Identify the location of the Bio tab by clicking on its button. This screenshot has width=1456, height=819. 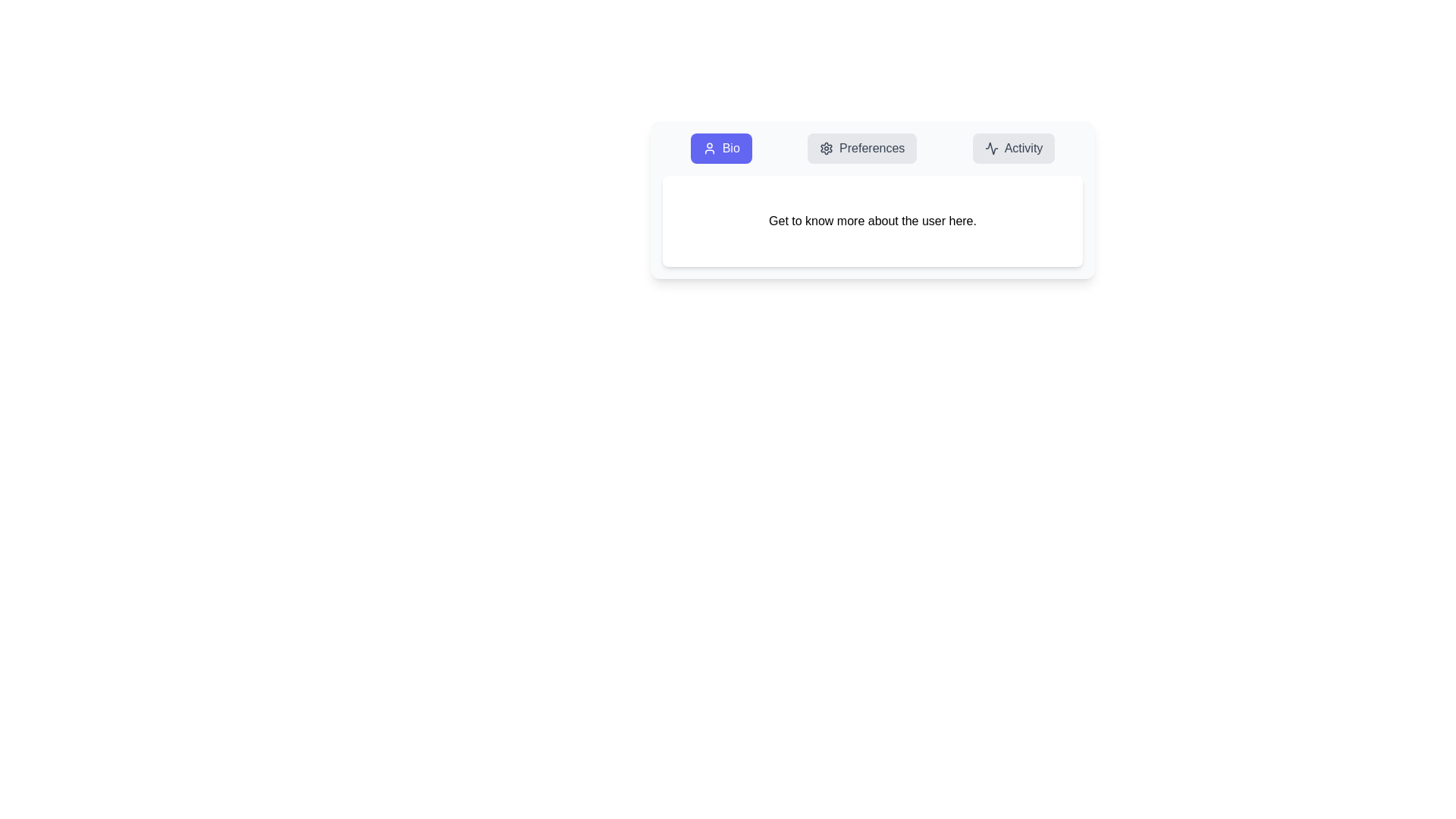
(720, 149).